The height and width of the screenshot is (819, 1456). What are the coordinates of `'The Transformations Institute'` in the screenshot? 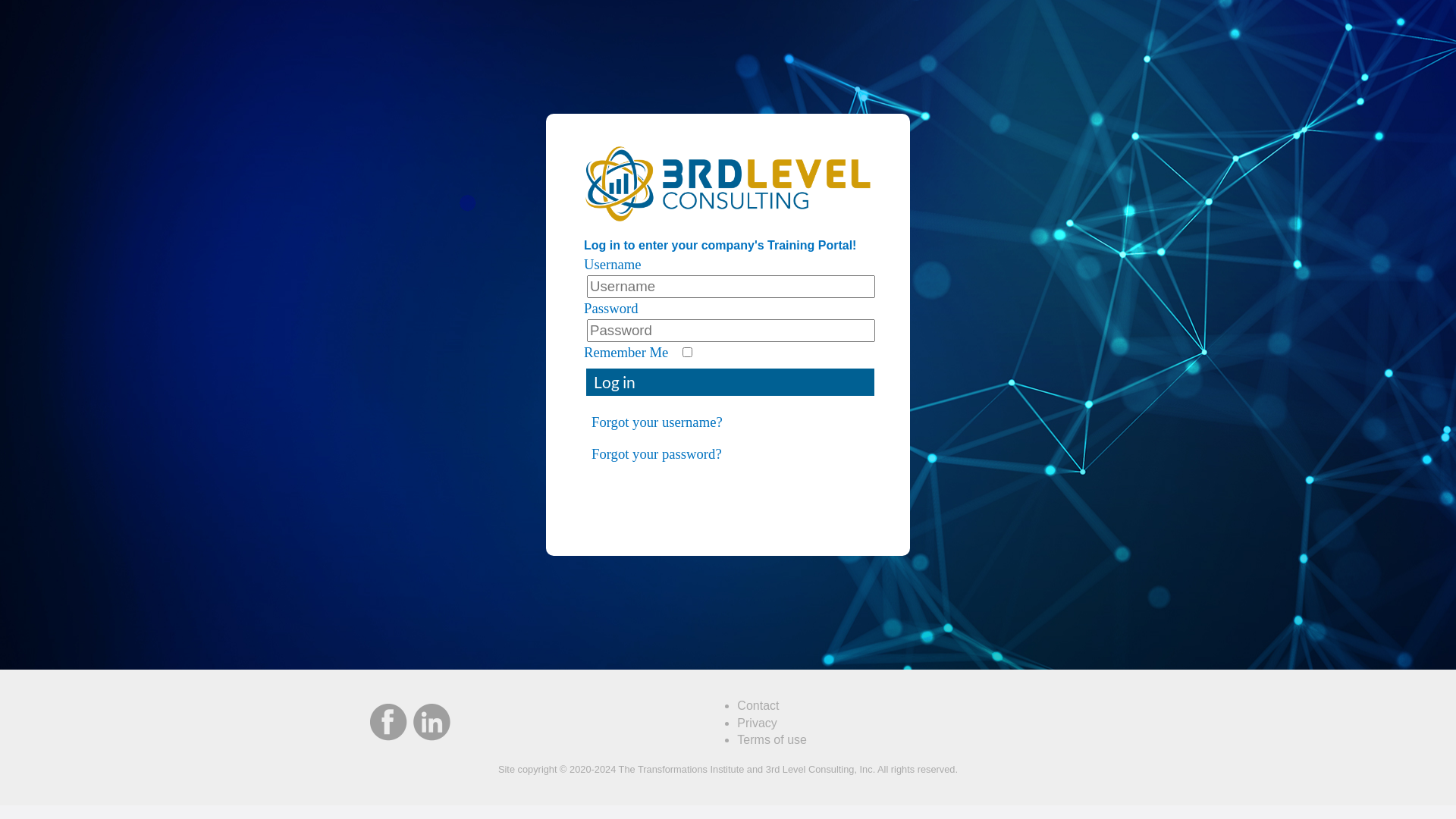 It's located at (619, 769).